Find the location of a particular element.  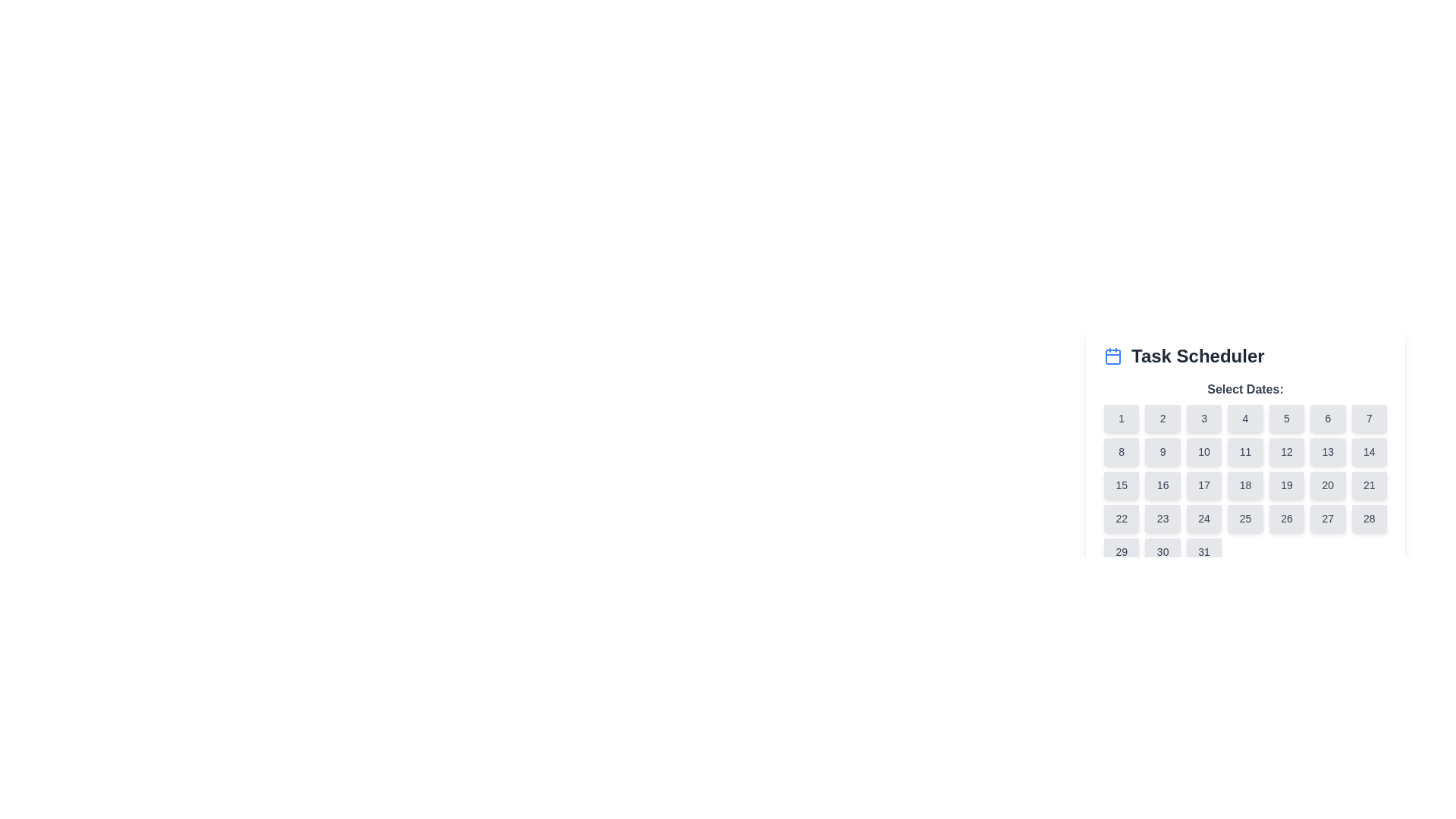

the 20th button in the calendar interface of the 'Task Scheduler' is located at coordinates (1327, 485).